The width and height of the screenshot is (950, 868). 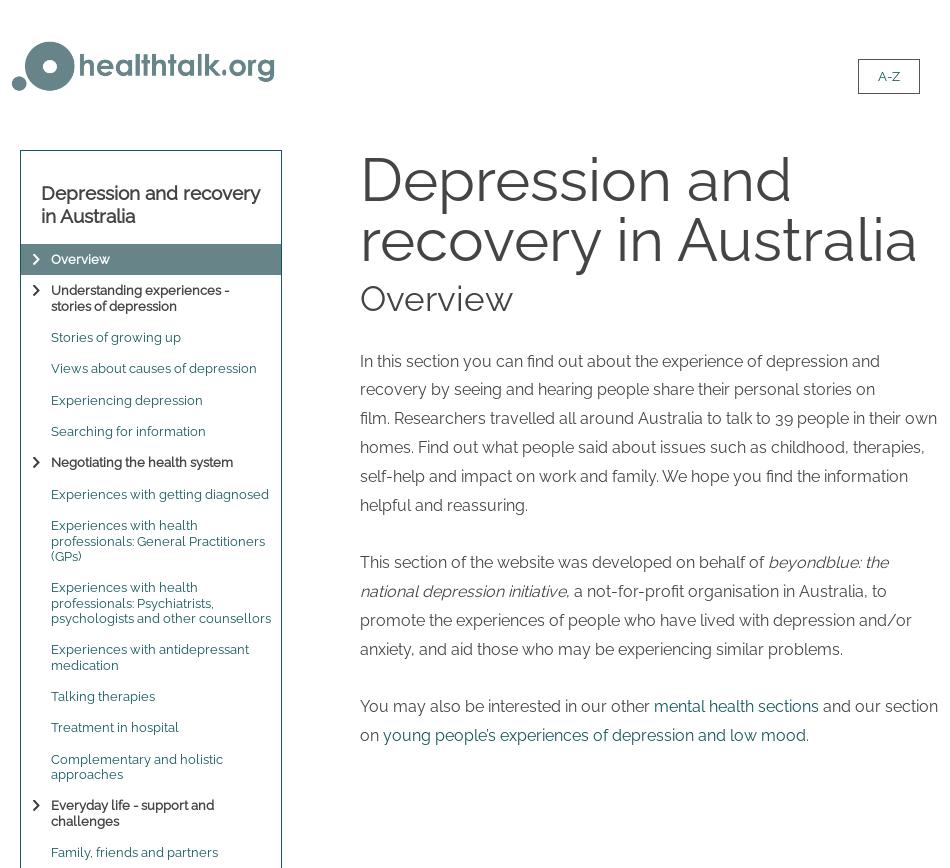 I want to click on 'Complementary and holistic approaches', so click(x=51, y=766).